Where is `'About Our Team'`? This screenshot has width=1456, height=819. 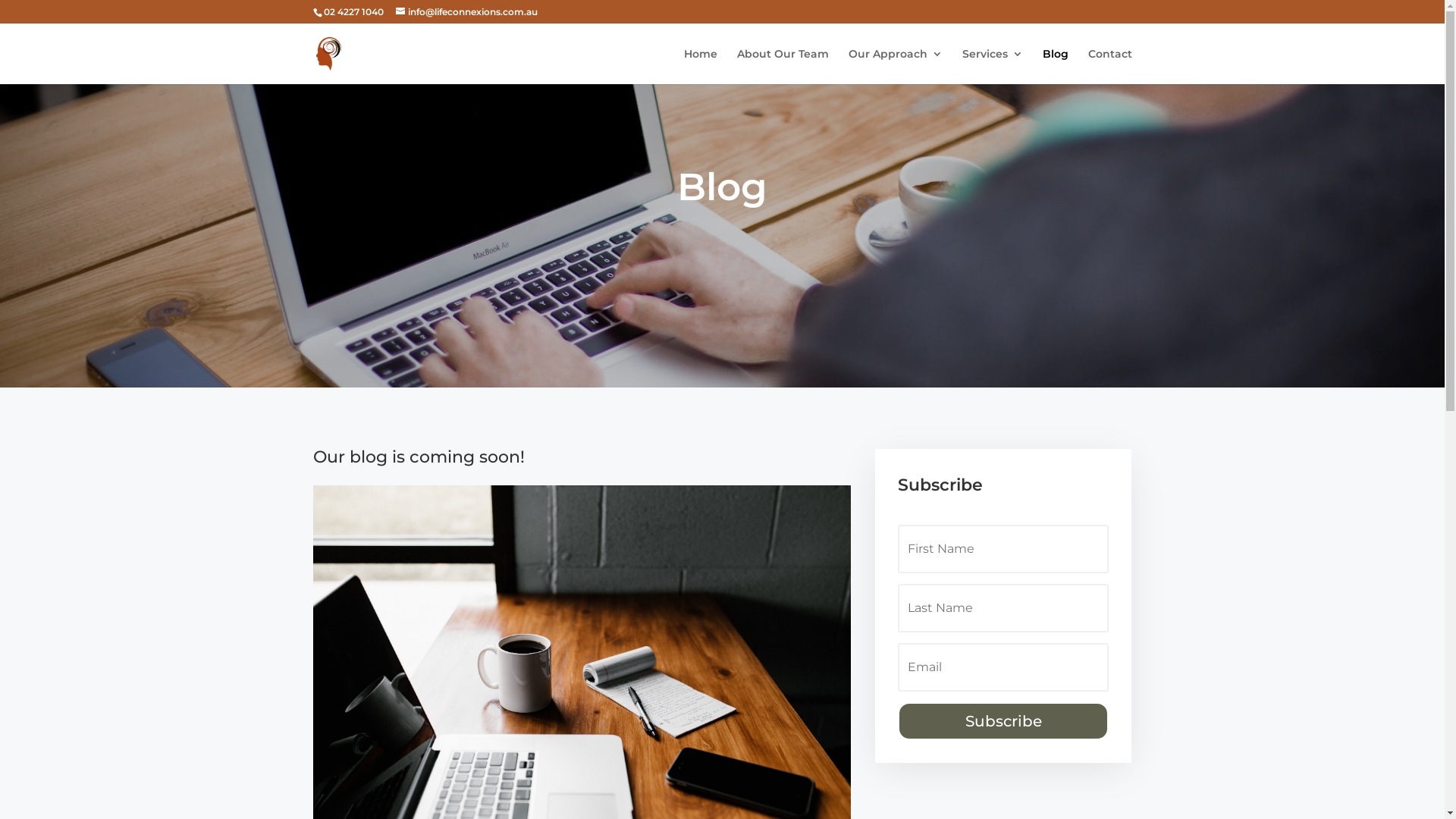
'About Our Team' is located at coordinates (783, 65).